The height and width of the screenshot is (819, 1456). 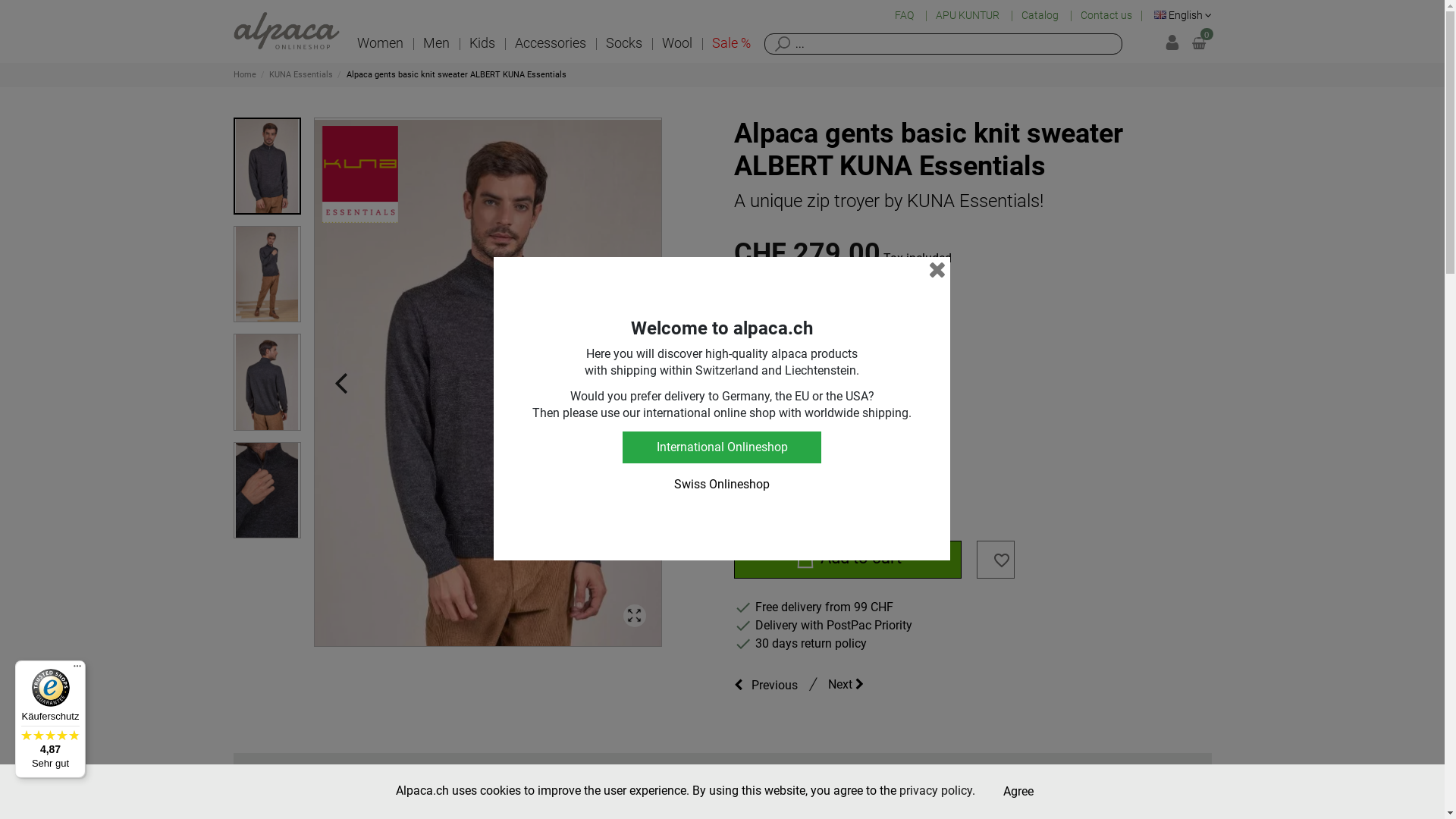 What do you see at coordinates (1001, 563) in the screenshot?
I see `'favorite_border'` at bounding box center [1001, 563].